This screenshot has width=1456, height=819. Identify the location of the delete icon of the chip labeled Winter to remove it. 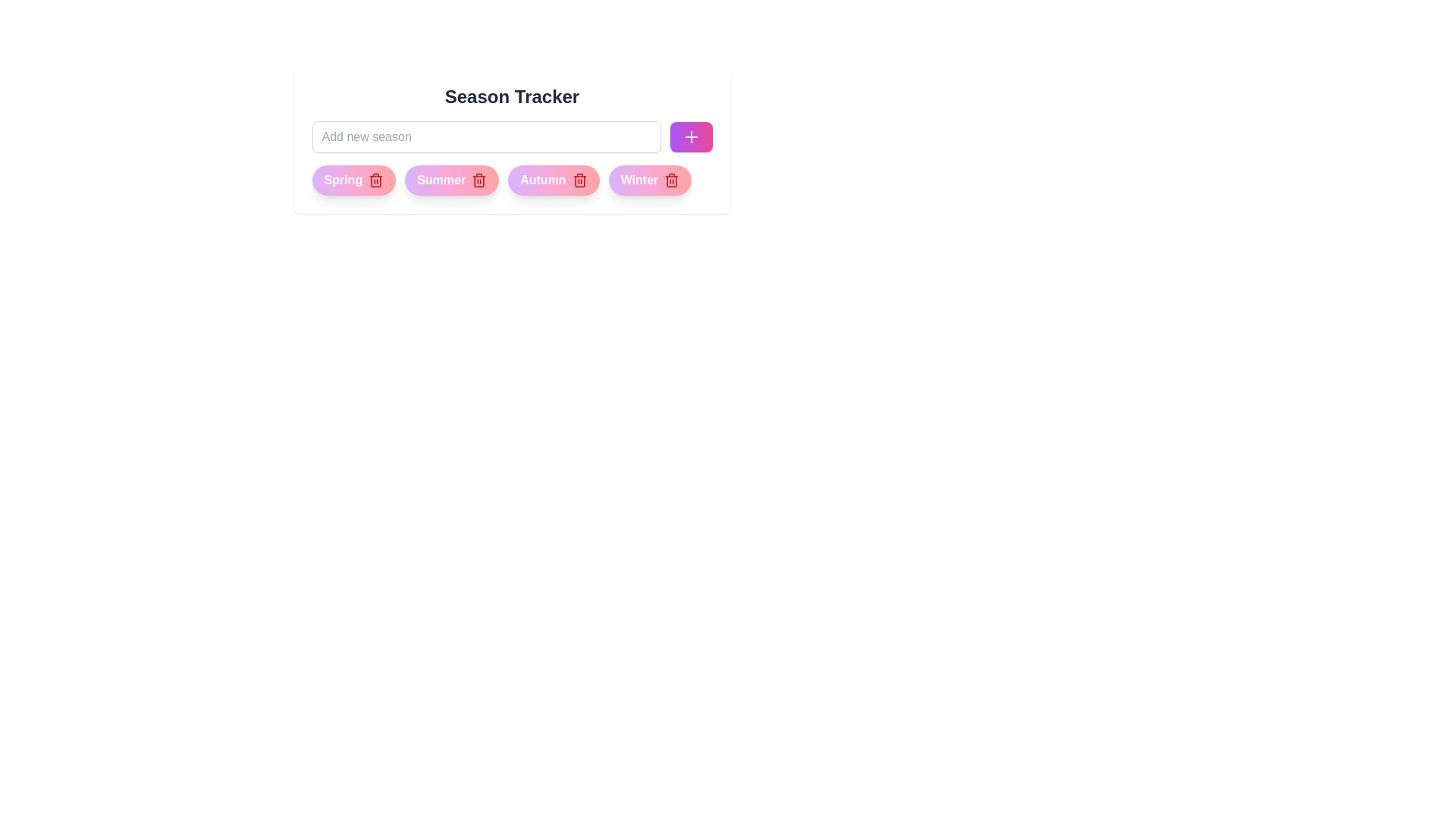
(671, 180).